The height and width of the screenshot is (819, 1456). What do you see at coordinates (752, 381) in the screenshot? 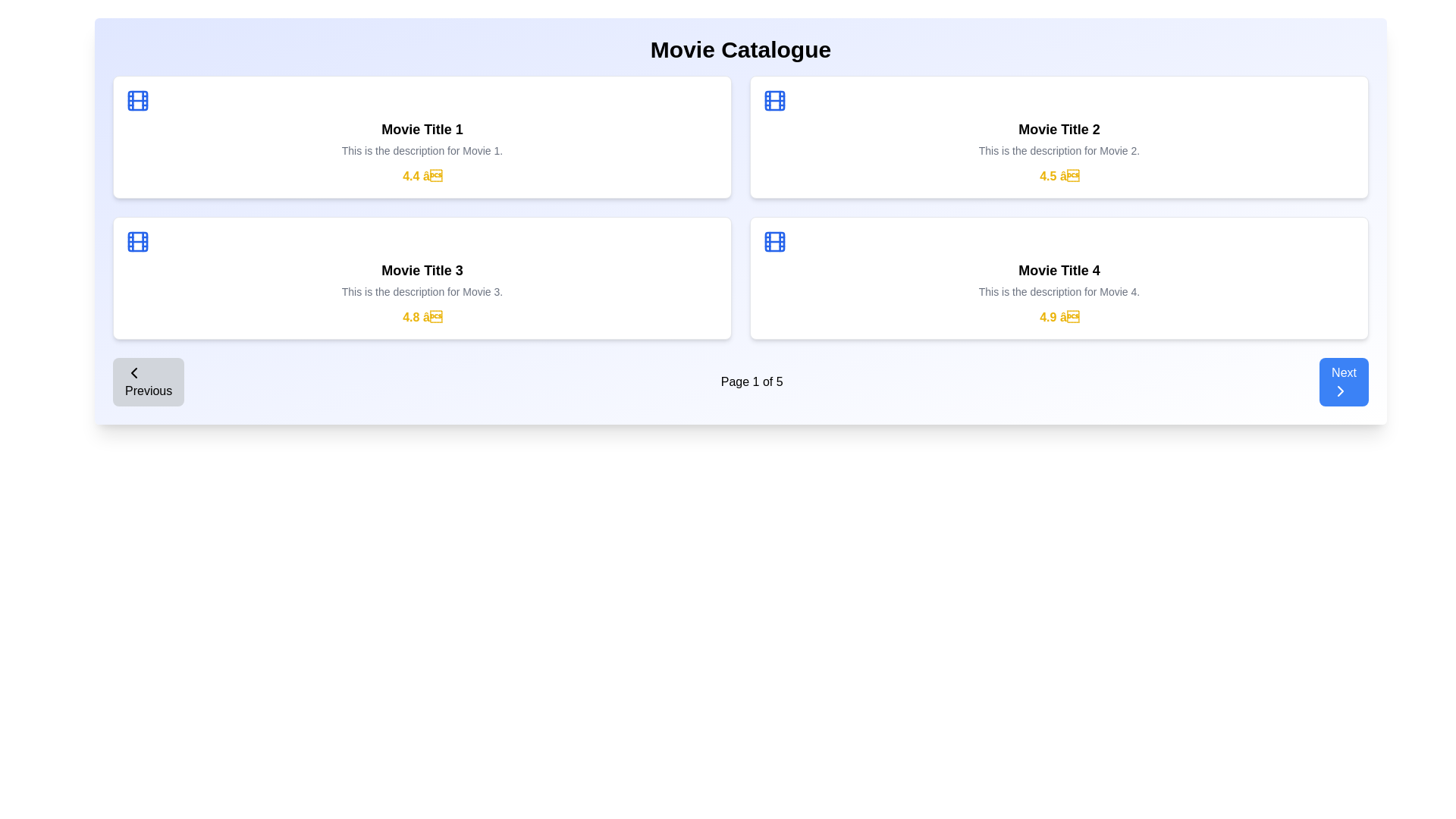
I see `the static text label indicating the current page and total number of pages in the pagination control strip below the movie entries grid` at bounding box center [752, 381].